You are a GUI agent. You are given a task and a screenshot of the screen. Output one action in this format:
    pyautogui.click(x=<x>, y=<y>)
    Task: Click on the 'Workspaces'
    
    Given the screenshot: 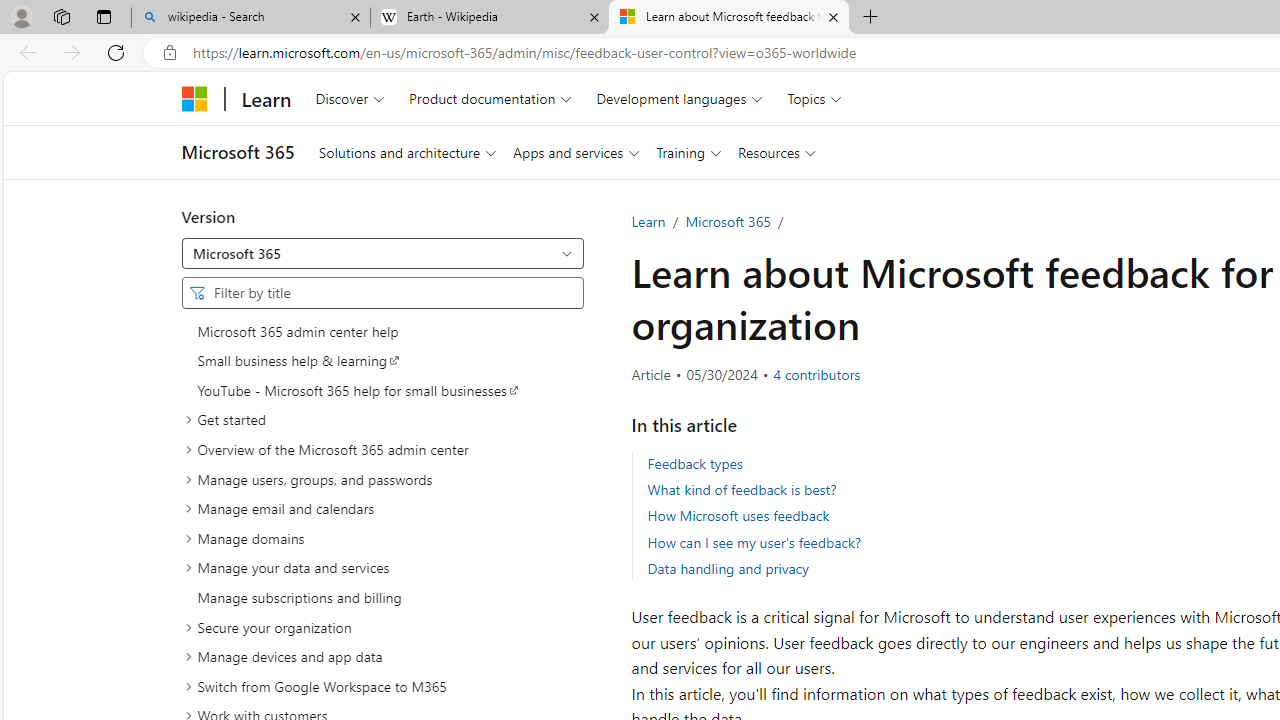 What is the action you would take?
    pyautogui.click(x=61, y=16)
    